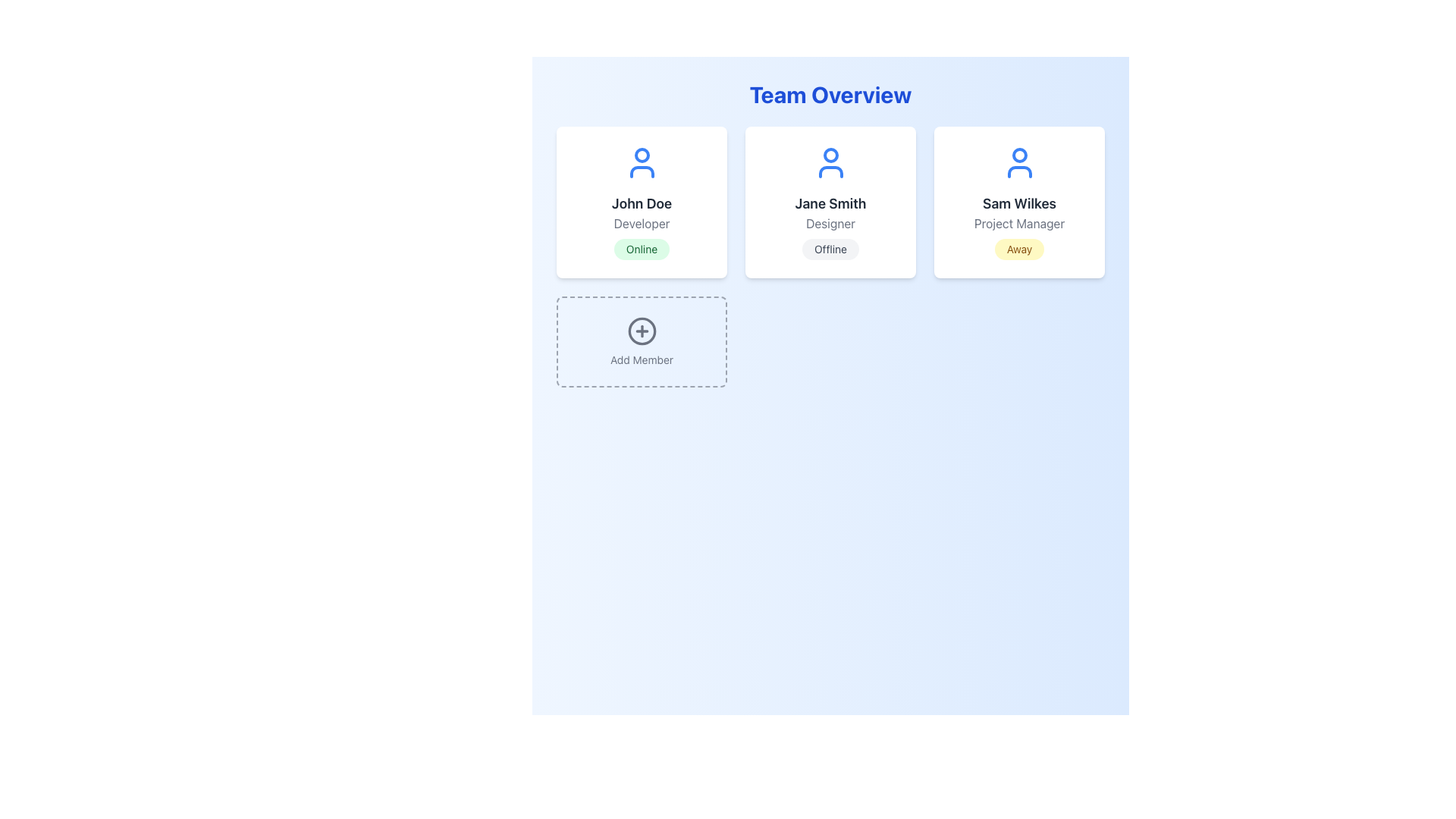 The height and width of the screenshot is (819, 1456). What do you see at coordinates (642, 248) in the screenshot?
I see `the status represented by the oval badge with a light green background and green text reading 'Online' located within the profile tile for 'John Doe'` at bounding box center [642, 248].